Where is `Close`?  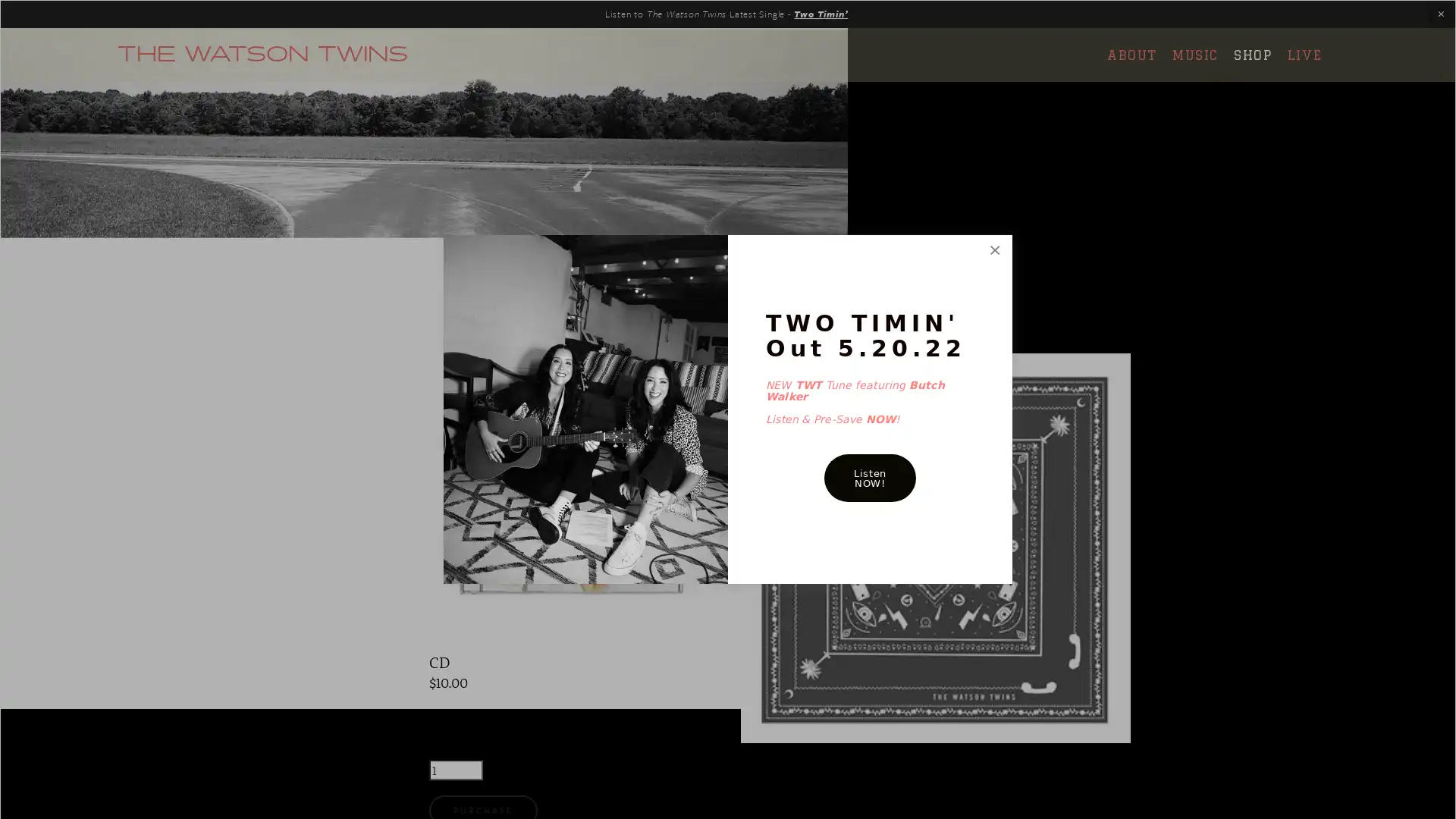
Close is located at coordinates (994, 216).